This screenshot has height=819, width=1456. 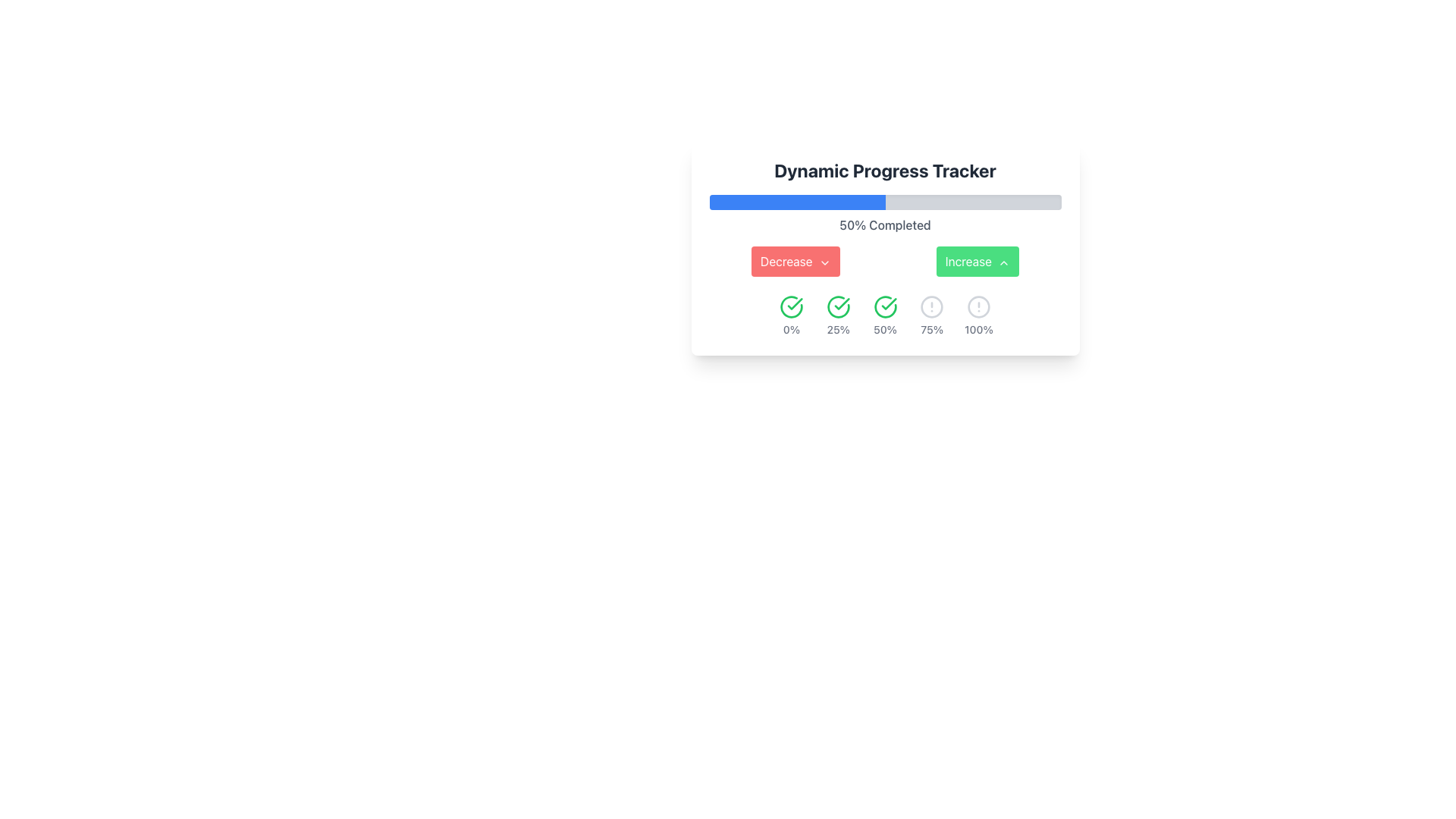 What do you see at coordinates (885, 307) in the screenshot?
I see `the green outlined check-circle icon indicating a completed state, which is the third in a row of circular indicators below the progress bar` at bounding box center [885, 307].